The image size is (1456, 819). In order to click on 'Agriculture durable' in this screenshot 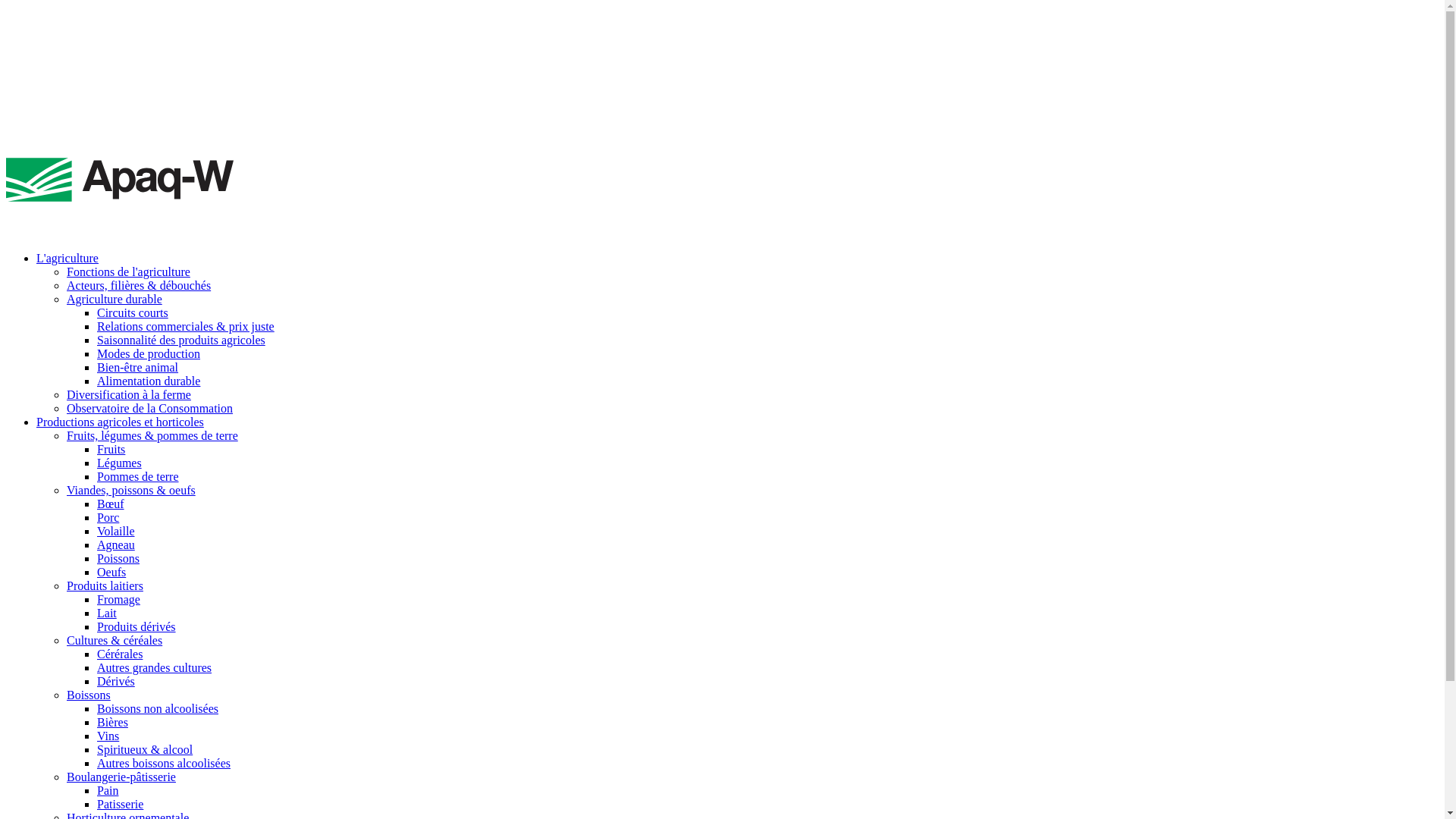, I will do `click(113, 299)`.